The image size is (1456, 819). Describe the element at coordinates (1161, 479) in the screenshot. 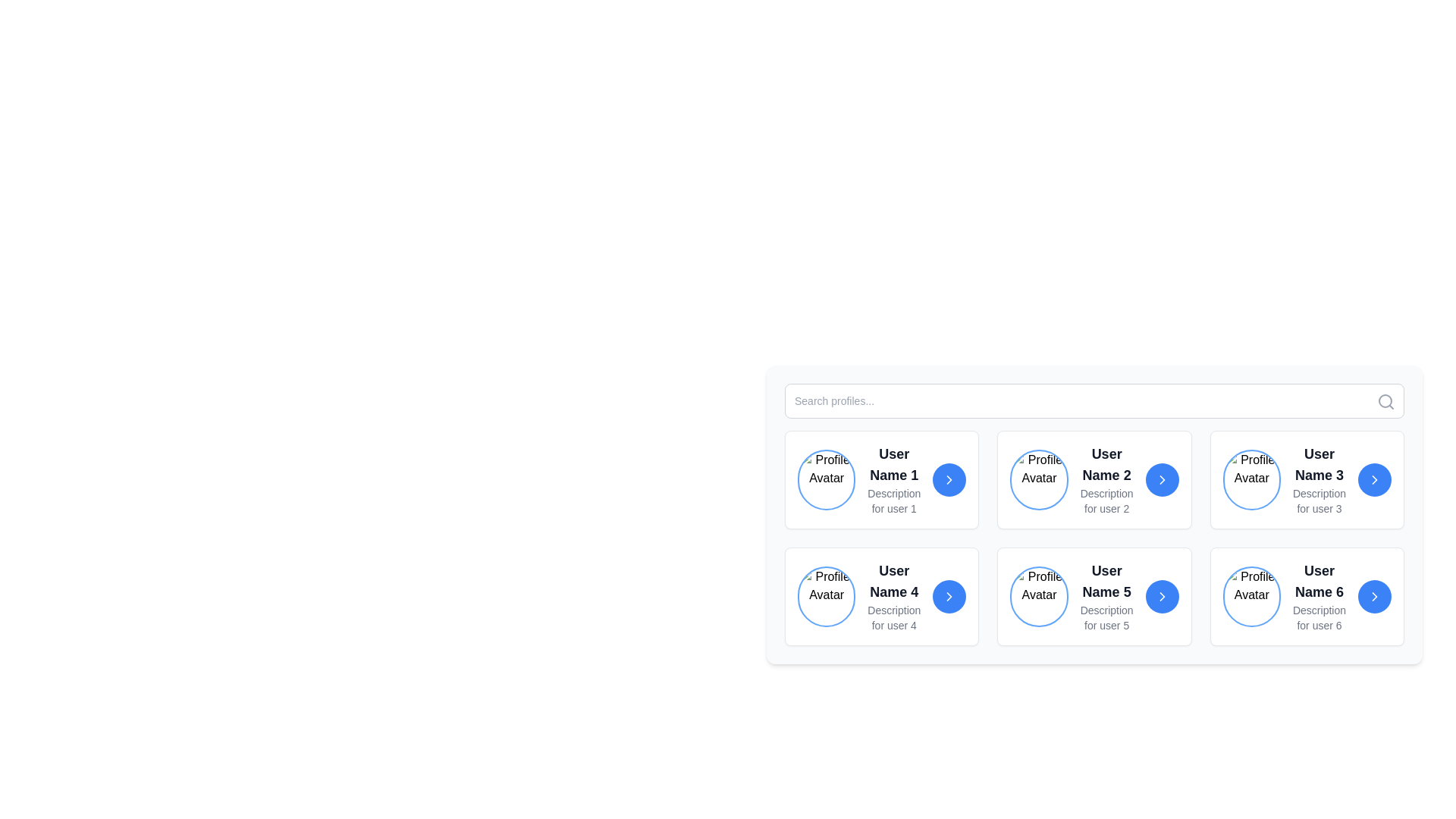

I see `the navigation button located in the bottom-right corner of the 'User Name 2 Description for user 2' card` at that location.